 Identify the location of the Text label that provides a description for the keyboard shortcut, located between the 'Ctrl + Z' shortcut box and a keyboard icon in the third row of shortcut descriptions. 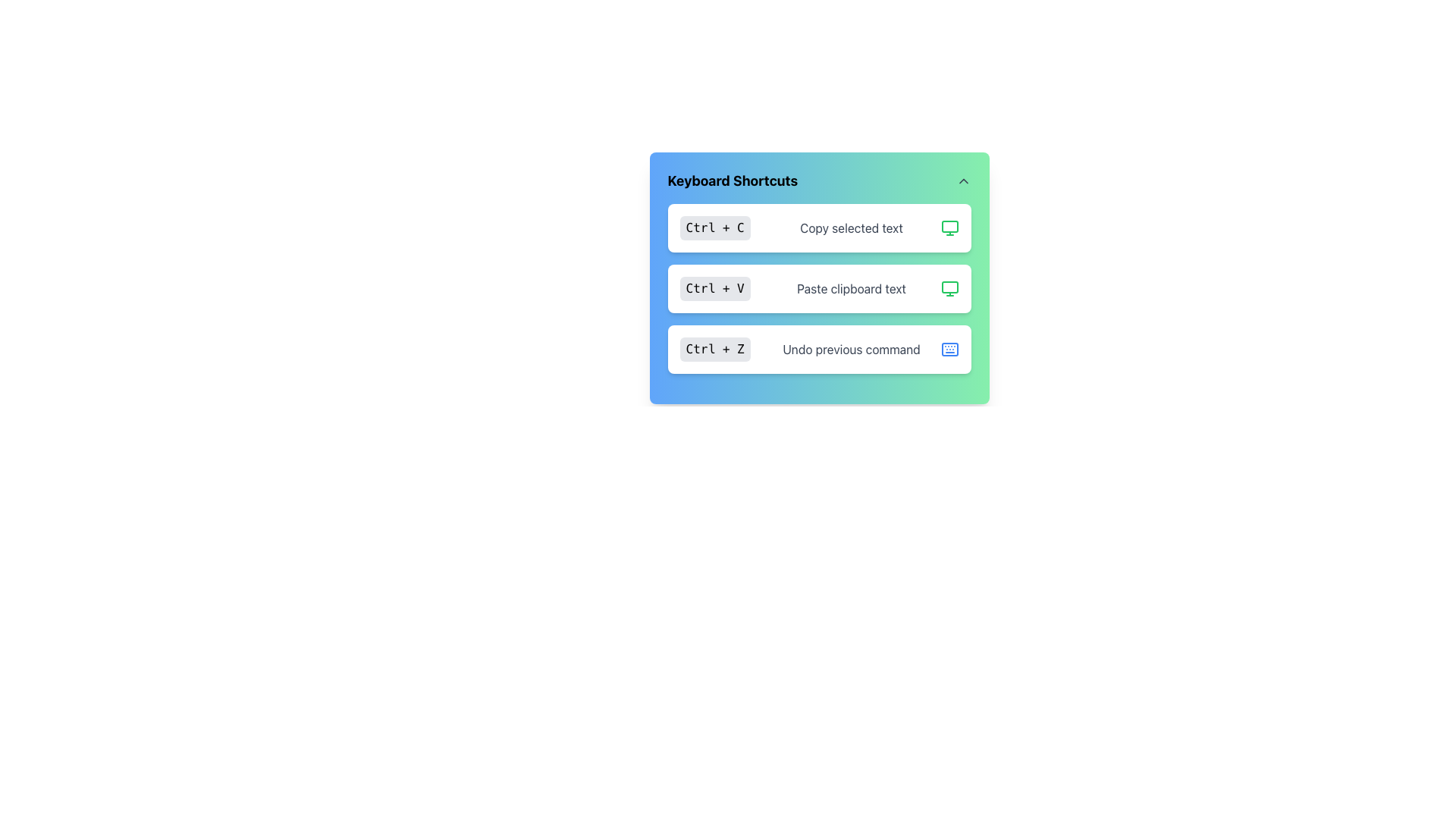
(852, 350).